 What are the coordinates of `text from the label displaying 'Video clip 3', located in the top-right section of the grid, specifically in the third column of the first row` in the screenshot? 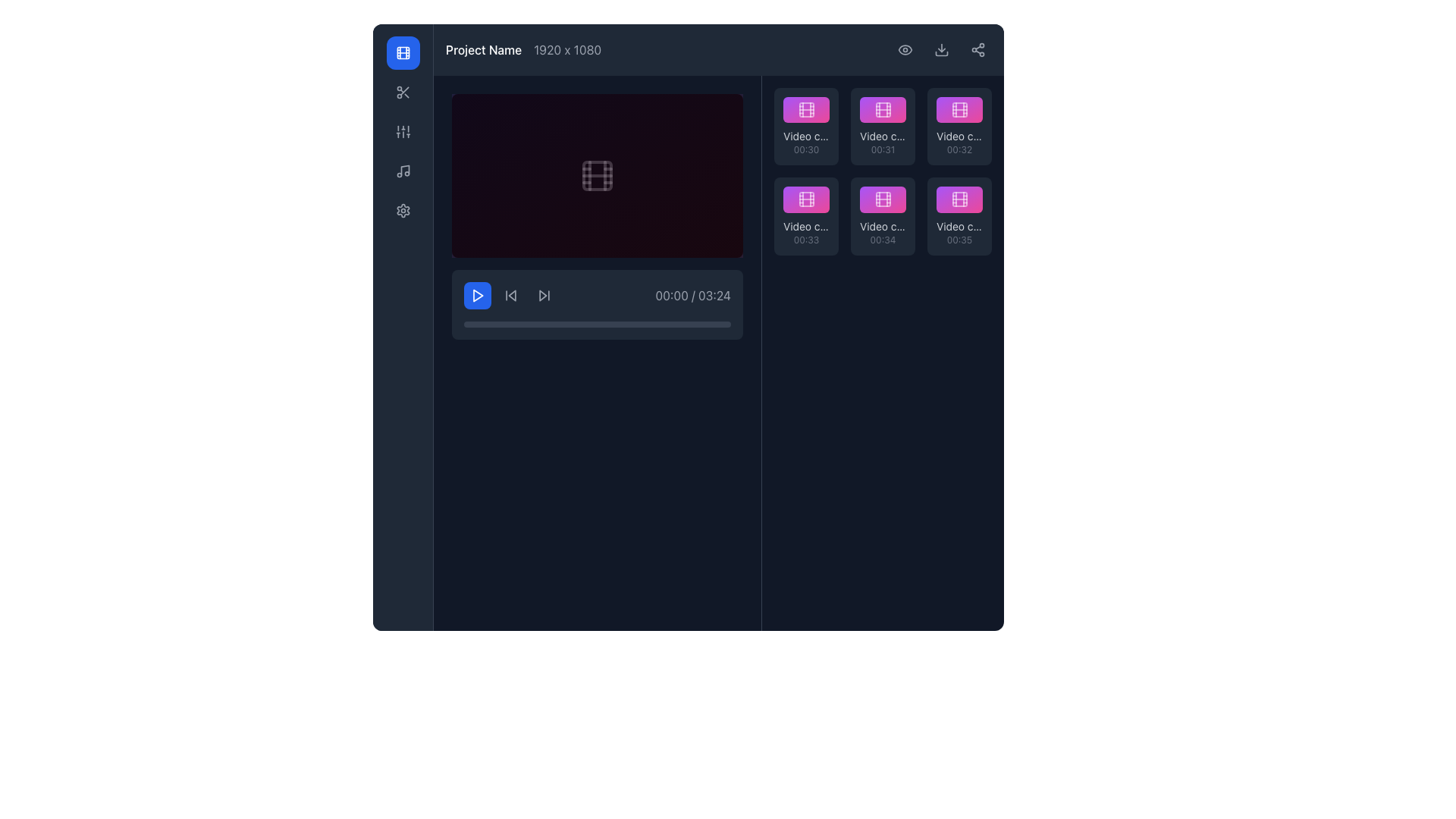 It's located at (959, 136).